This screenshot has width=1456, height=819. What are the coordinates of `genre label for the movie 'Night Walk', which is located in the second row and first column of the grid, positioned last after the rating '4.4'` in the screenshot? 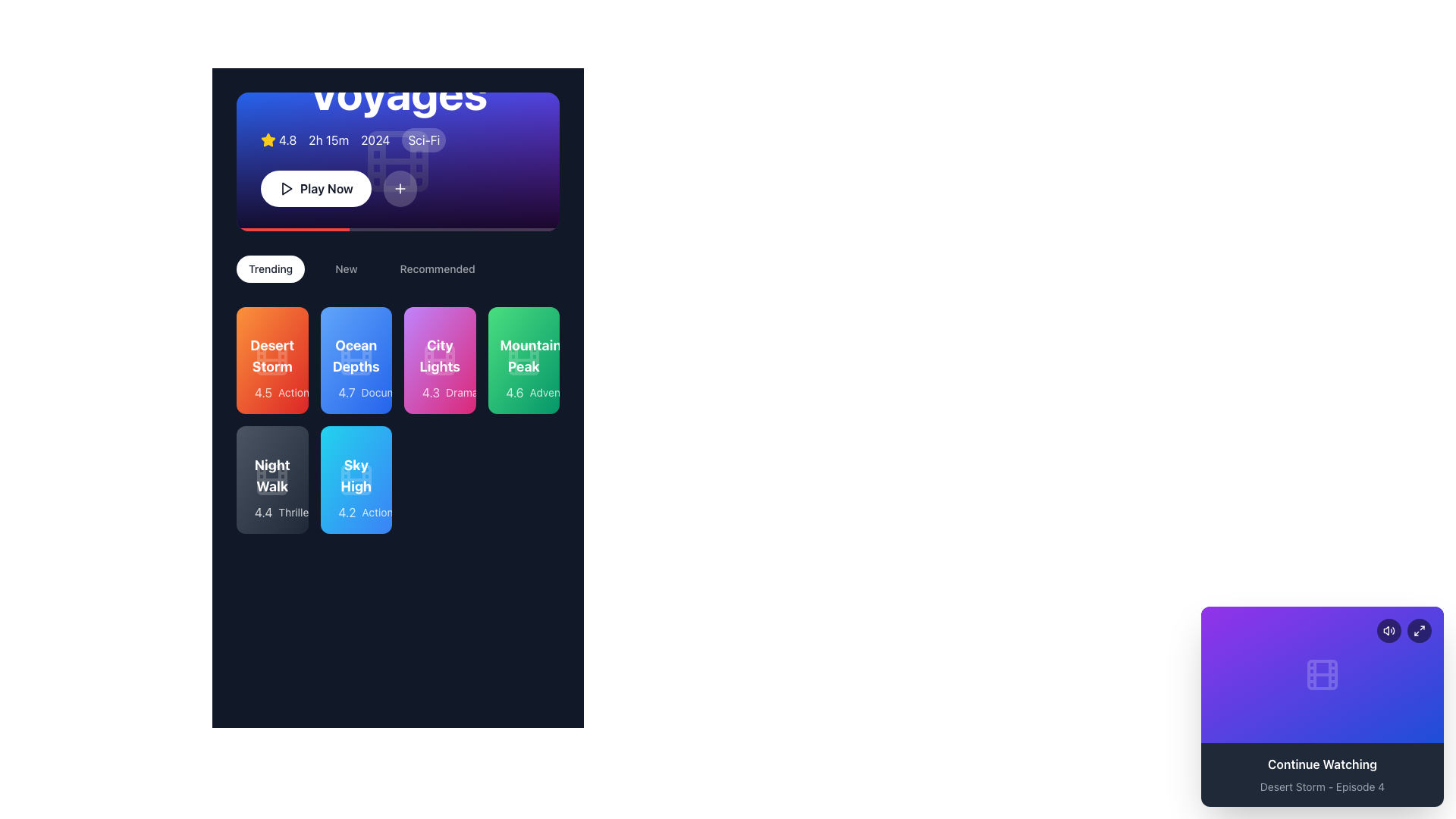 It's located at (295, 512).